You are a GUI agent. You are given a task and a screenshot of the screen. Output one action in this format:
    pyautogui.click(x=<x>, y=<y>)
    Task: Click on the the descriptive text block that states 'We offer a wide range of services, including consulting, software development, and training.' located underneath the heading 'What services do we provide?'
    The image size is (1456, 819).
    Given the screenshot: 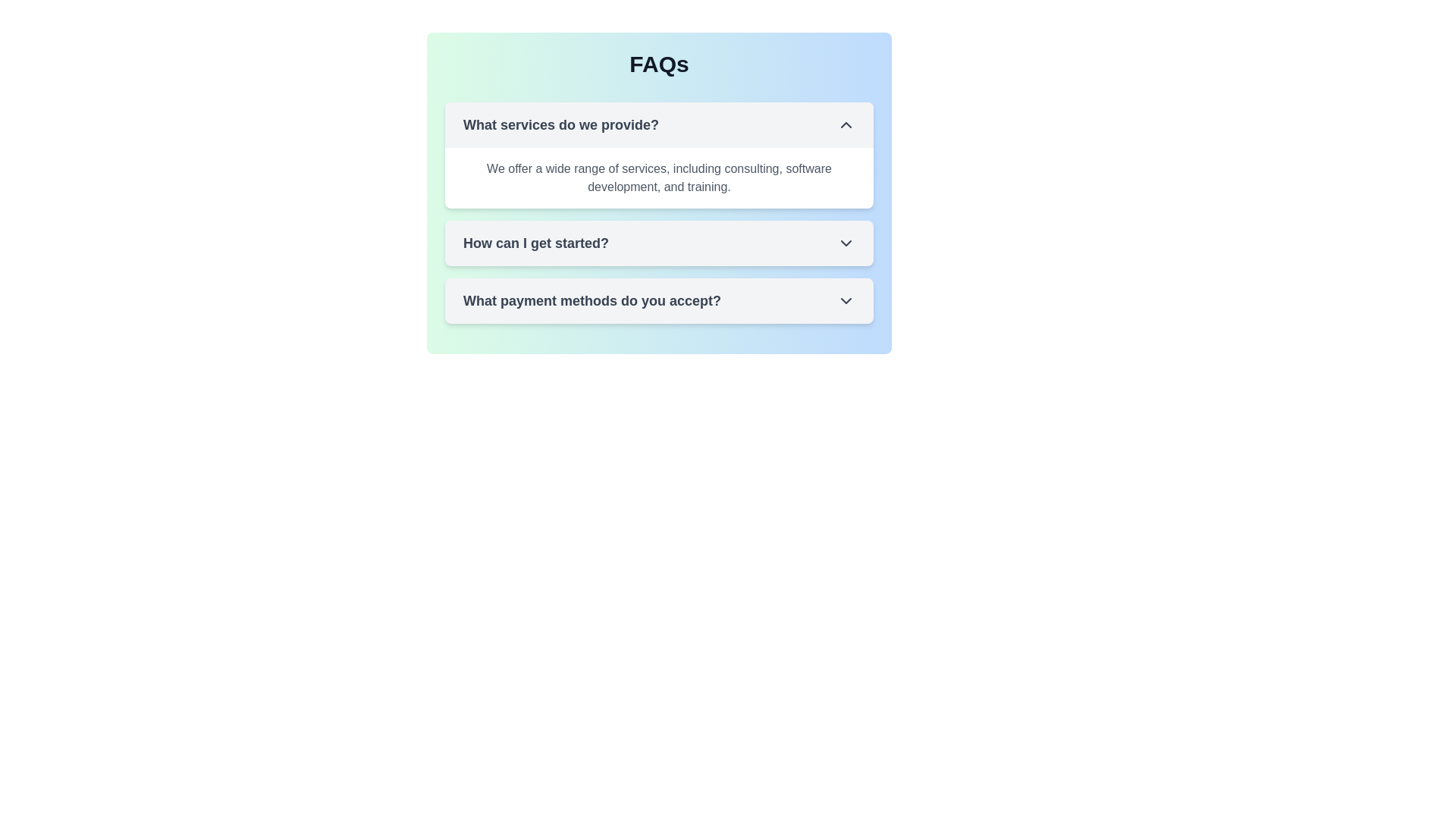 What is the action you would take?
    pyautogui.click(x=659, y=177)
    